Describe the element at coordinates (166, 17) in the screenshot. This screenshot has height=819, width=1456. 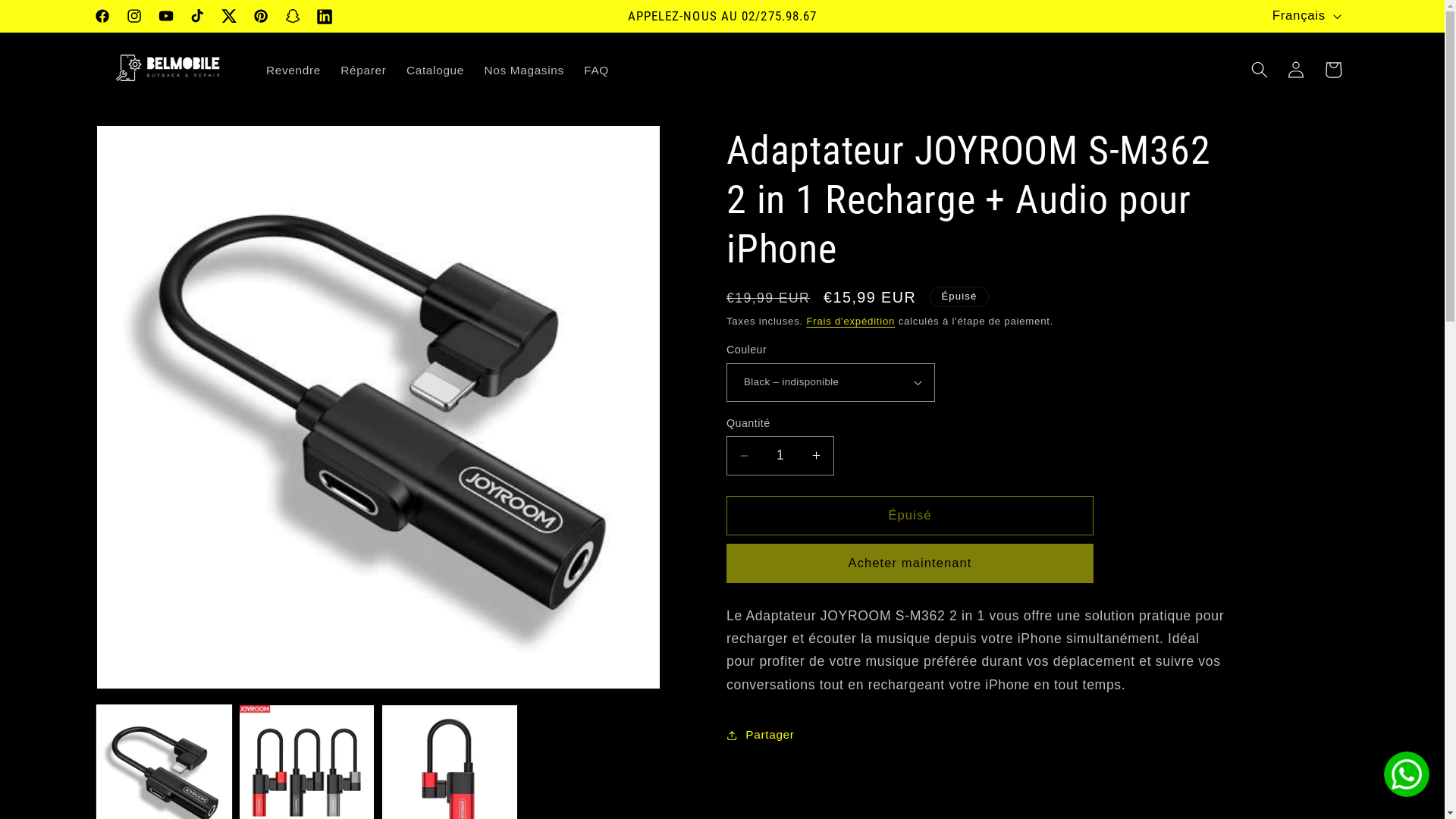
I see `'YouTube'` at that location.